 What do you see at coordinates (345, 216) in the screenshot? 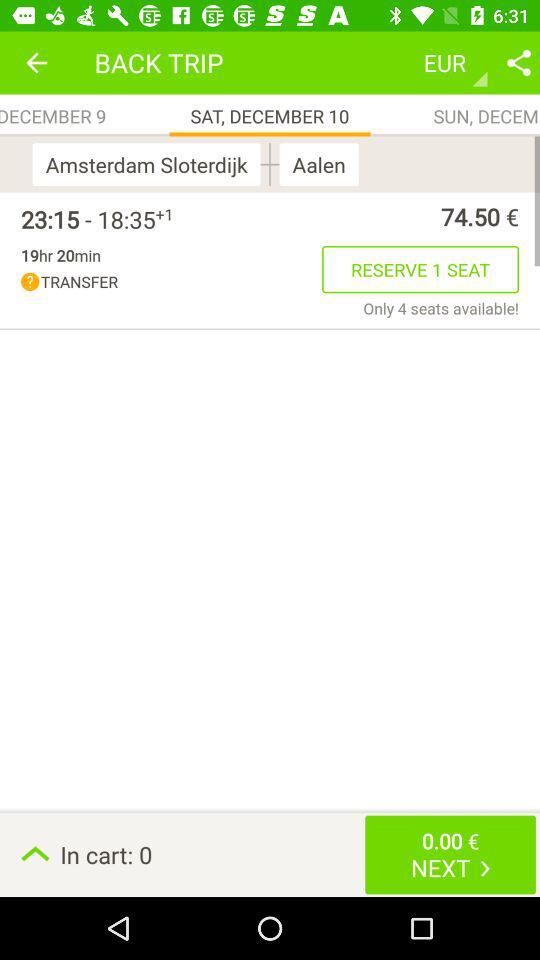
I see `the item above reserve 1 seat icon` at bounding box center [345, 216].